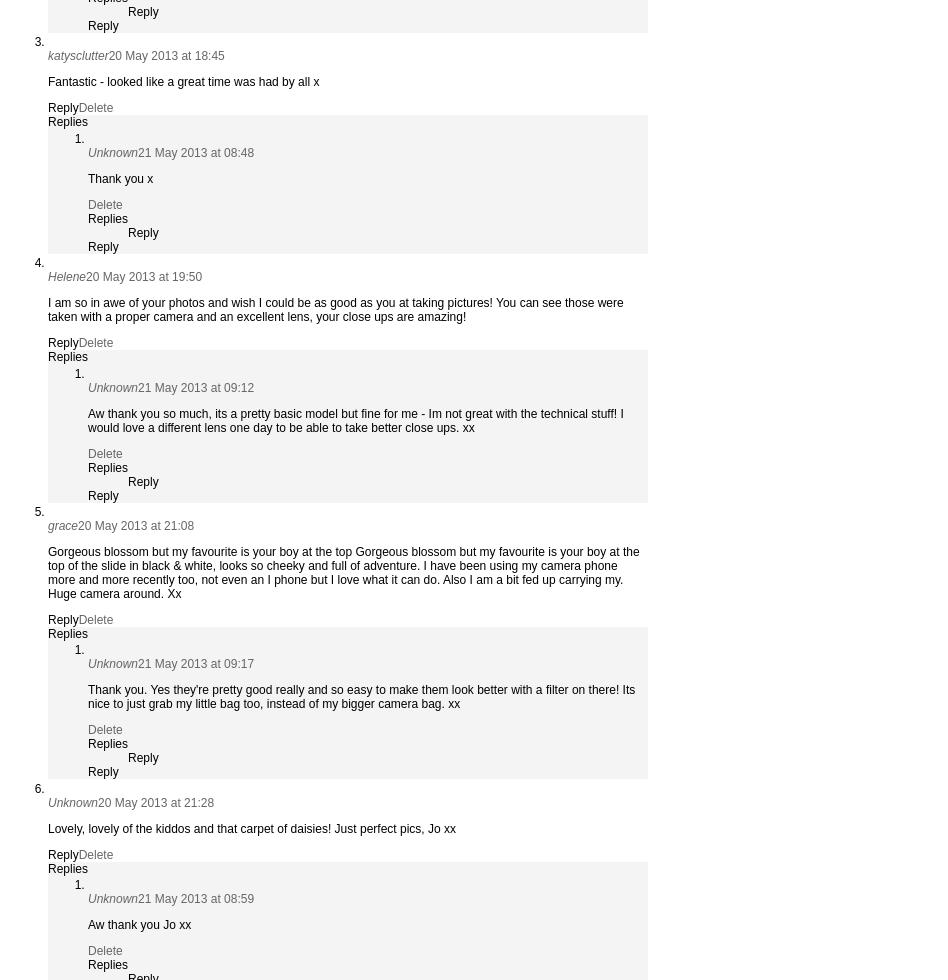 The height and width of the screenshot is (980, 948). What do you see at coordinates (251, 828) in the screenshot?
I see `'Lovely, lovely of the kiddos and that carpet of daisies! Just perfect pics, Jo xx'` at bounding box center [251, 828].